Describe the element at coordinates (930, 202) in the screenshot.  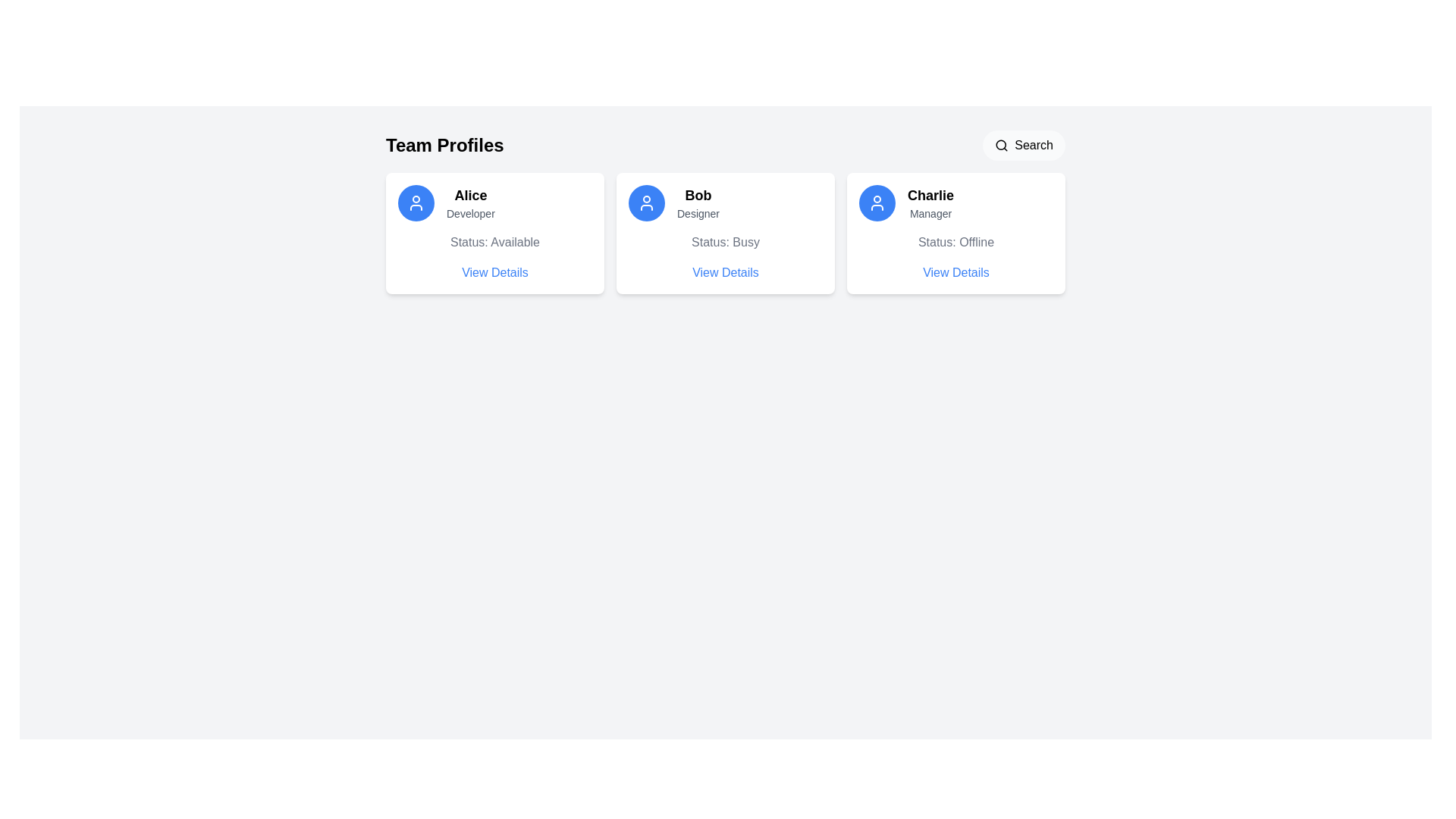
I see `the Text Label displaying 'CharlieManager', positioned in the third card of the 'Team Profiles' section, above 'Status: Offline'` at that location.